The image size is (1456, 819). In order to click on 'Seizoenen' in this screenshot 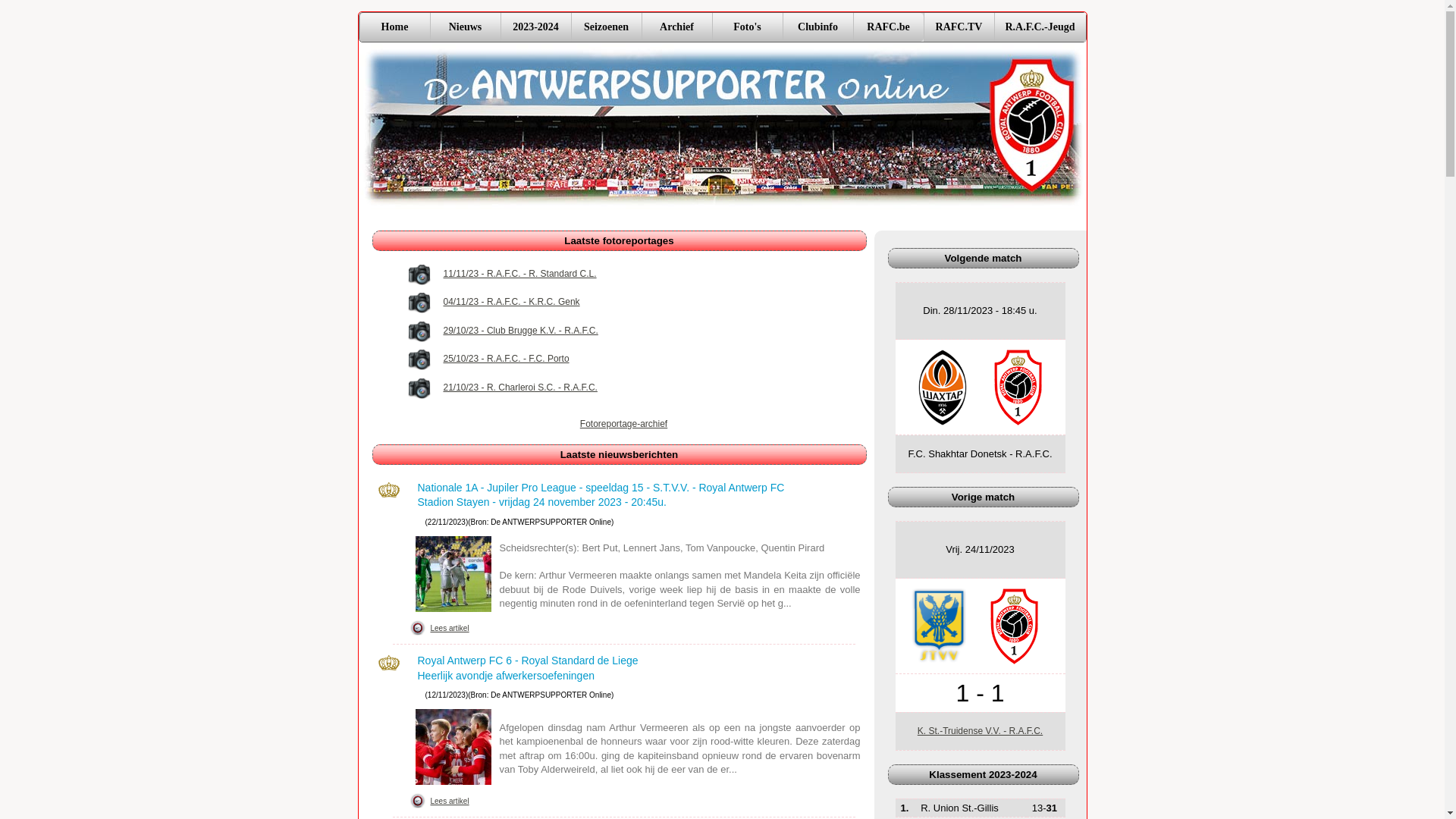, I will do `click(604, 27)`.